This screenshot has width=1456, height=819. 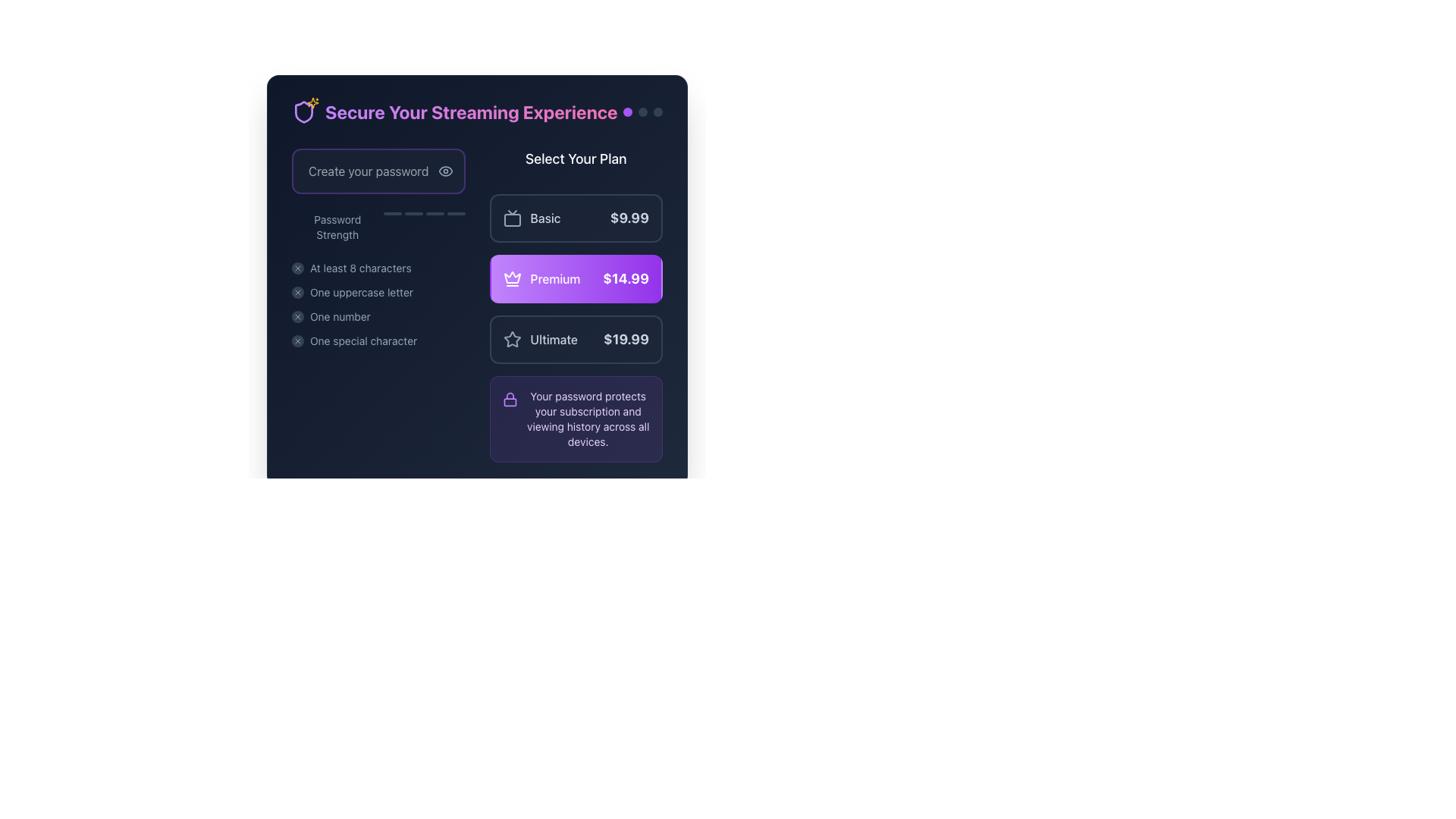 I want to click on the visual indication of the yellow star icon with sparkles located near the upper-left corner of the interface, adjacent to the purple shield icon, so click(x=312, y=102).